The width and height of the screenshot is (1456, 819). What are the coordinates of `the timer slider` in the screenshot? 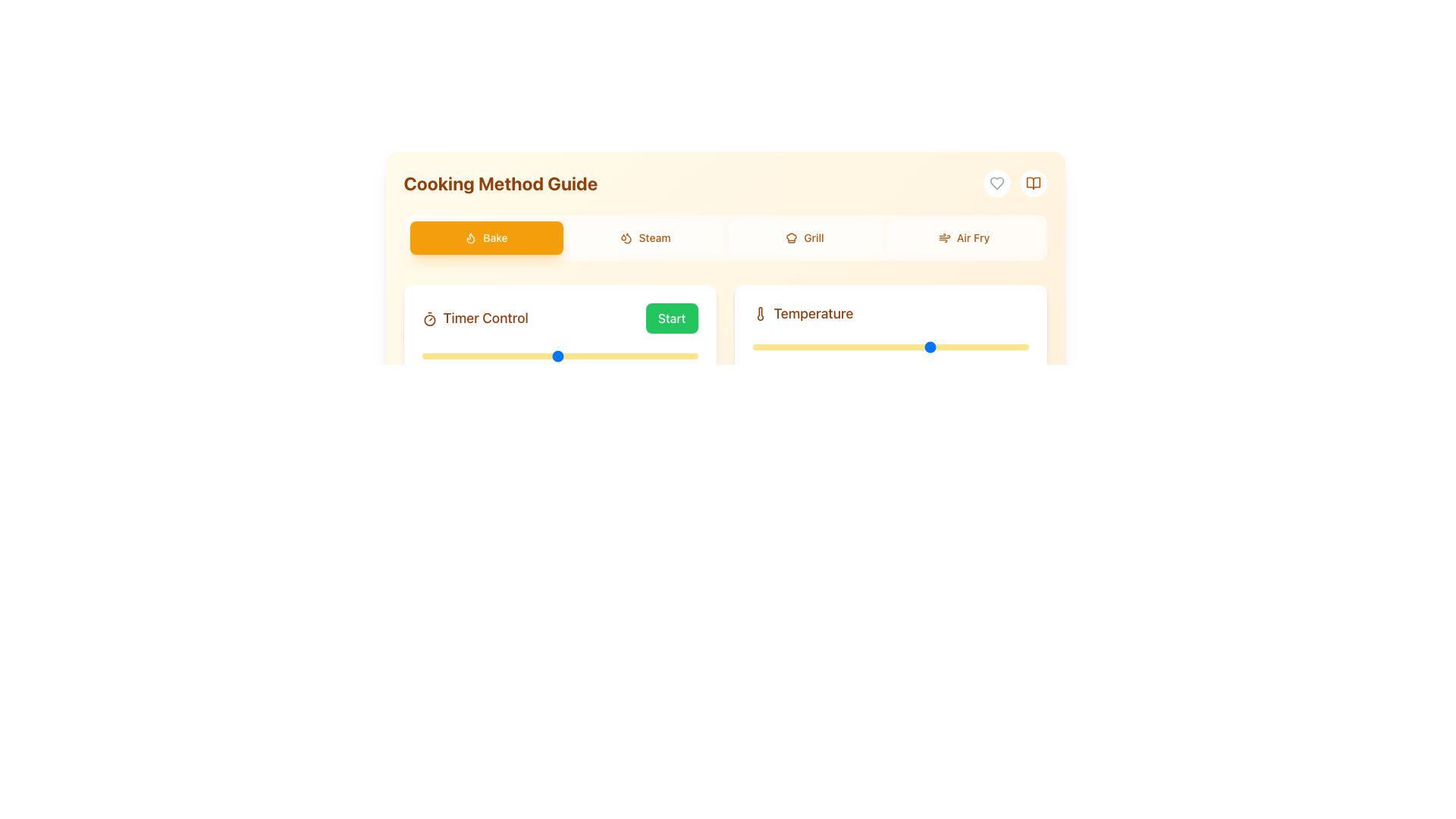 It's located at (576, 356).